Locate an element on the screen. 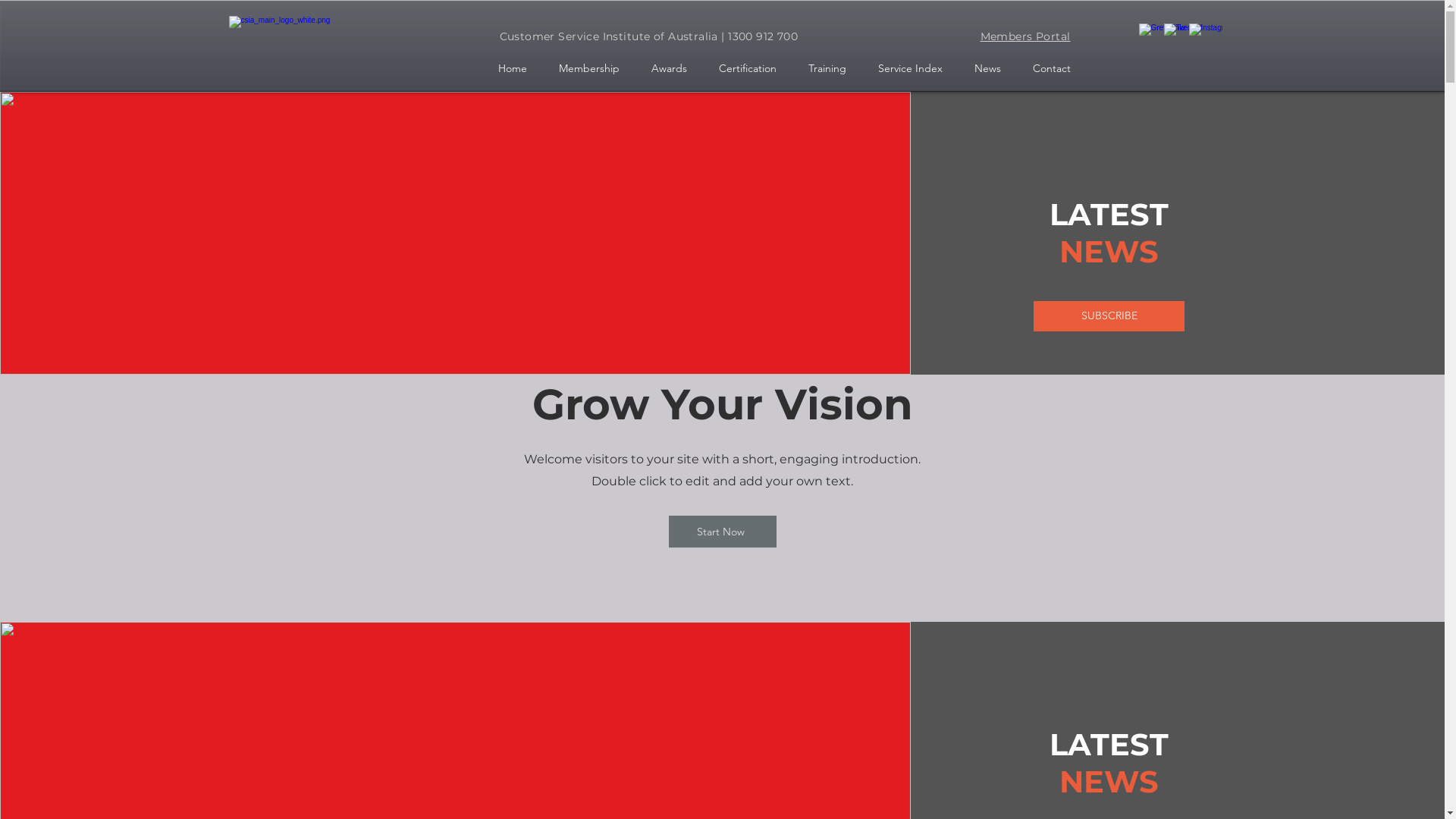 The image size is (1456, 819). 'SUBSCRIBE' is located at coordinates (1109, 315).